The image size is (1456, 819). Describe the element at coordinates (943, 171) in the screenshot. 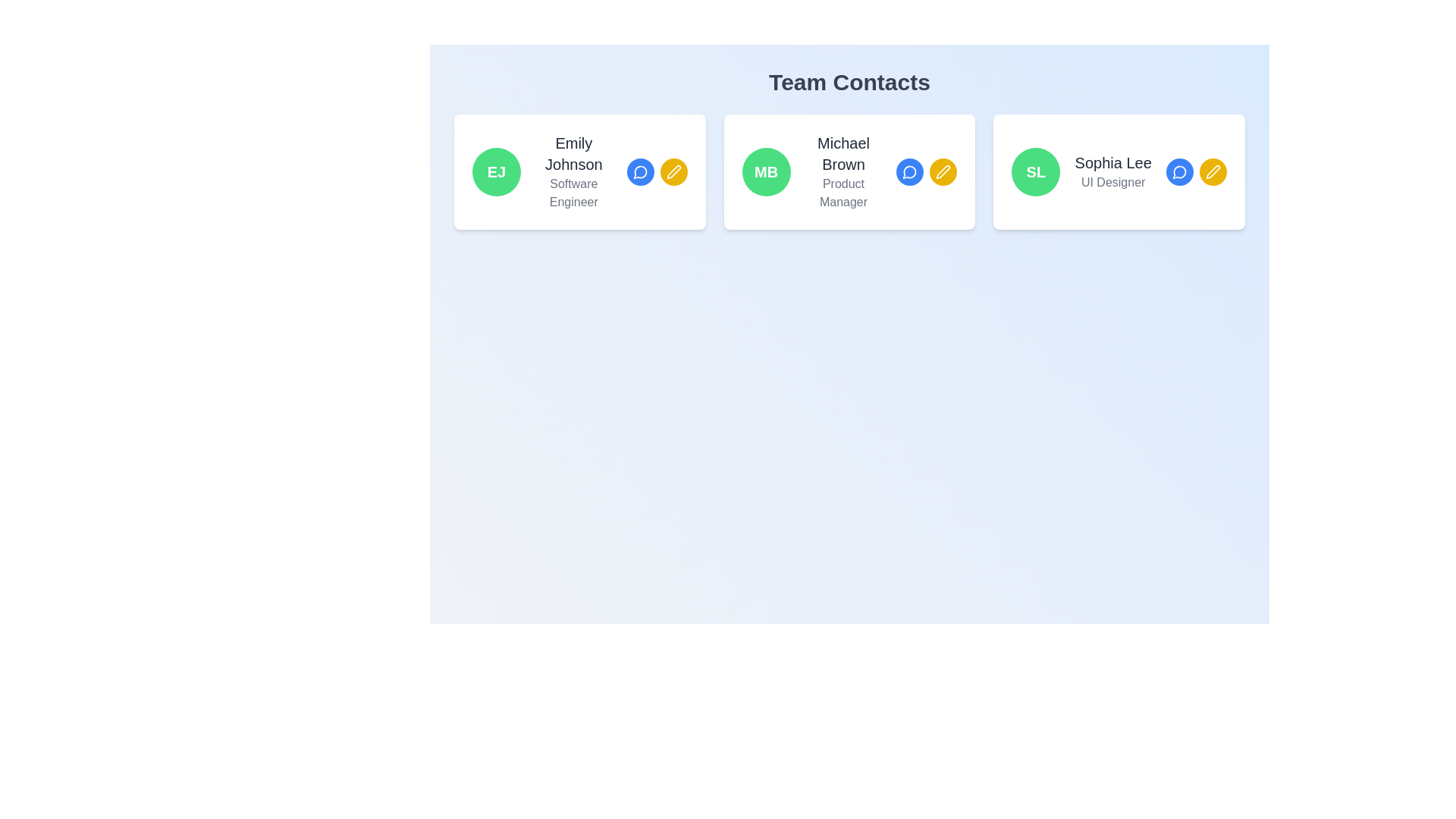

I see `the pencil icon within the yellow button to initiate editing for the contact card of Michael Brown` at that location.